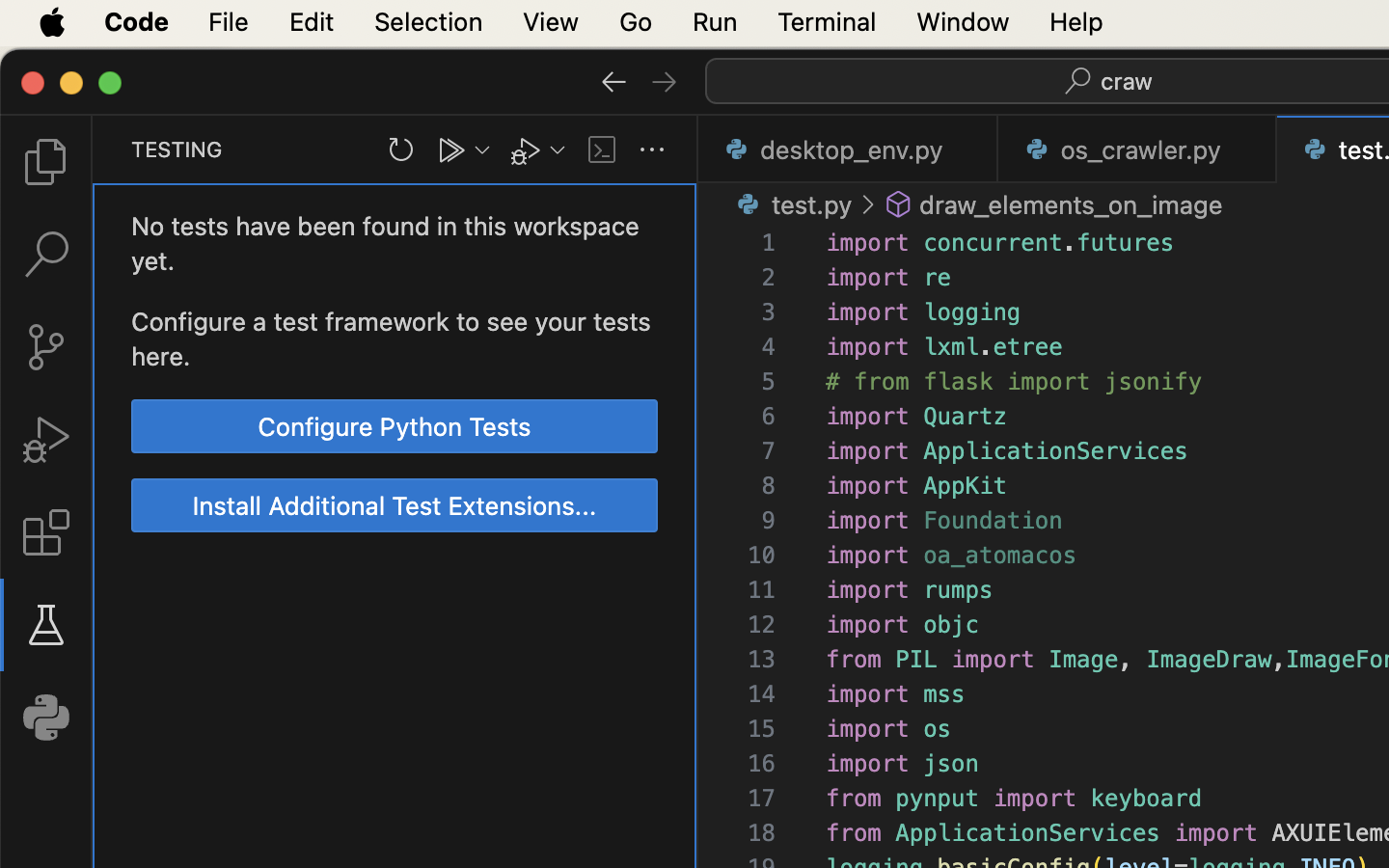 This screenshot has width=1389, height=868. I want to click on '0 ', so click(44, 347).